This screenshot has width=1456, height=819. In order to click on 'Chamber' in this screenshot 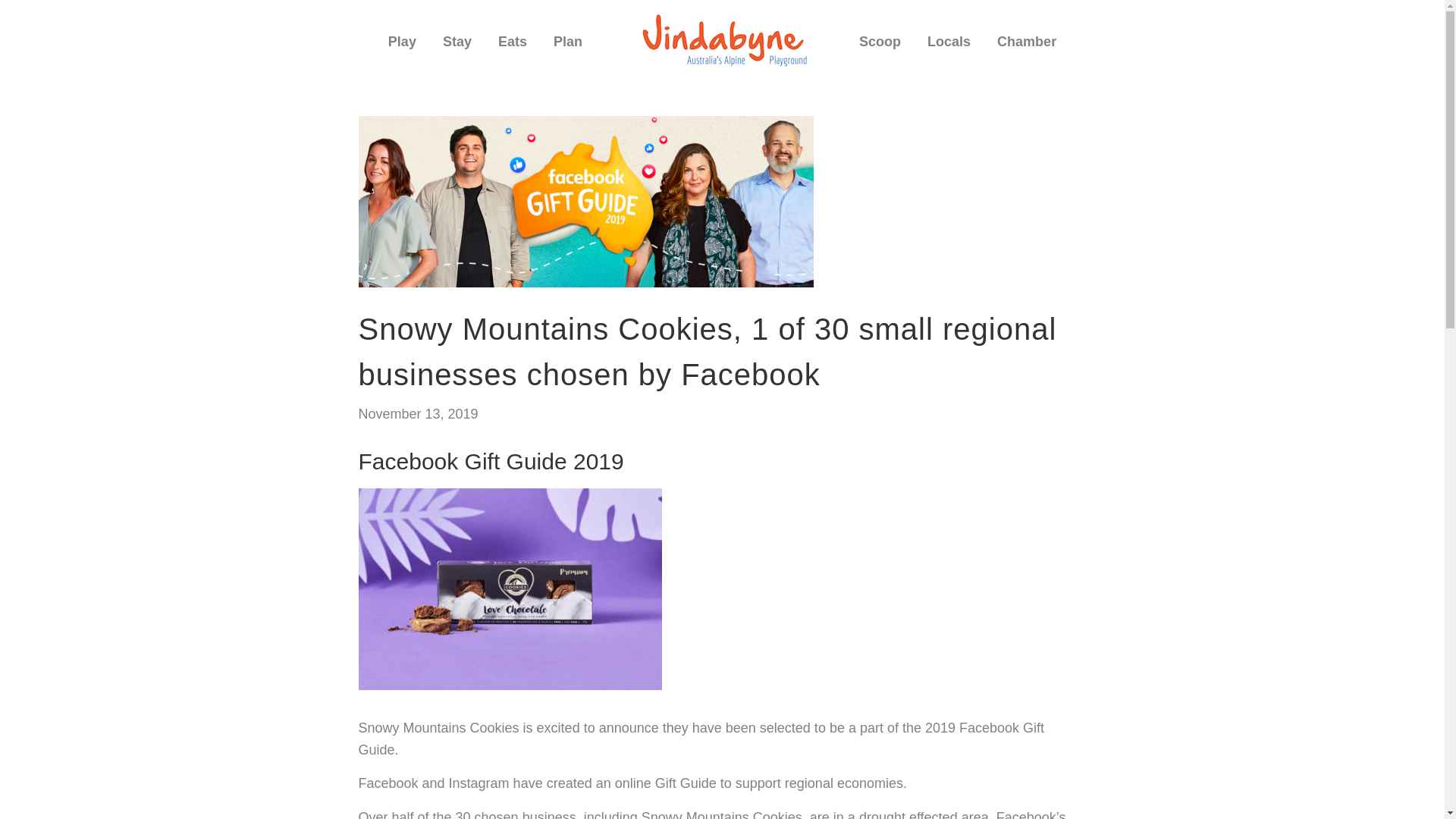, I will do `click(1026, 47)`.